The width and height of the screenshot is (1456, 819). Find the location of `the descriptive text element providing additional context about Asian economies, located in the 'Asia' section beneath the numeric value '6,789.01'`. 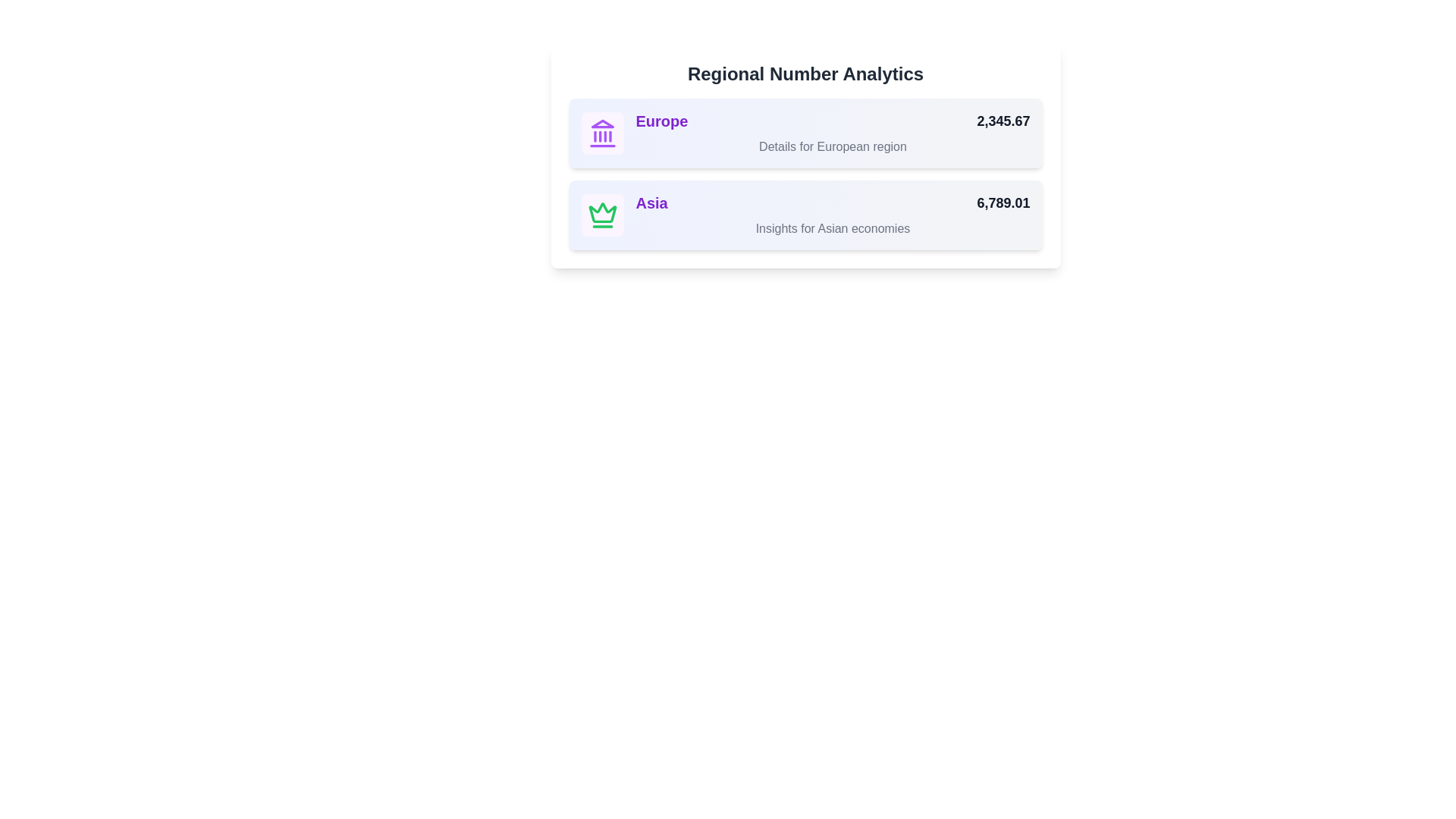

the descriptive text element providing additional context about Asian economies, located in the 'Asia' section beneath the numeric value '6,789.01' is located at coordinates (832, 228).